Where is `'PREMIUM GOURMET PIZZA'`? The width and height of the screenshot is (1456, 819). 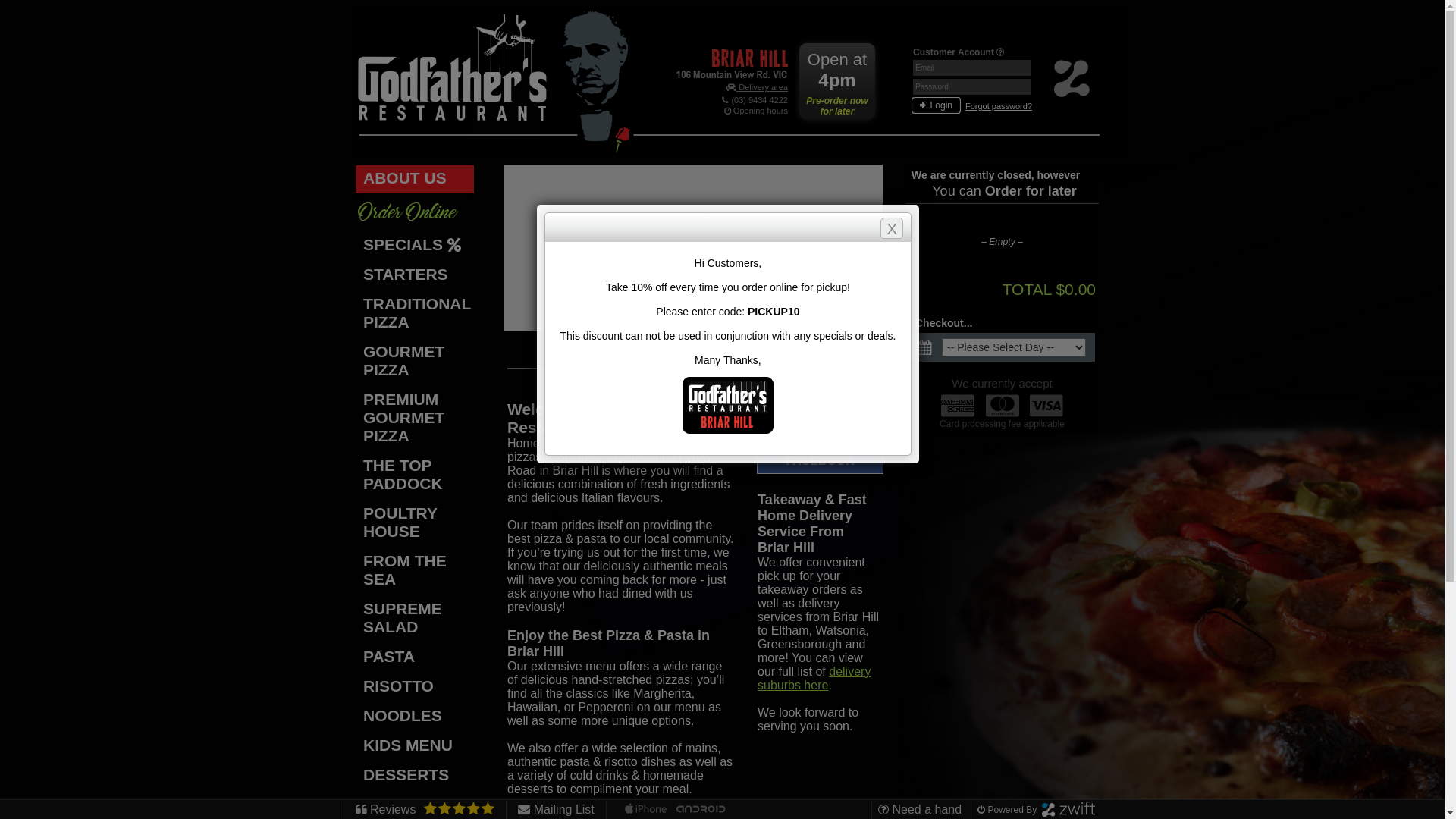
'PREMIUM GOURMET PIZZA' is located at coordinates (355, 419).